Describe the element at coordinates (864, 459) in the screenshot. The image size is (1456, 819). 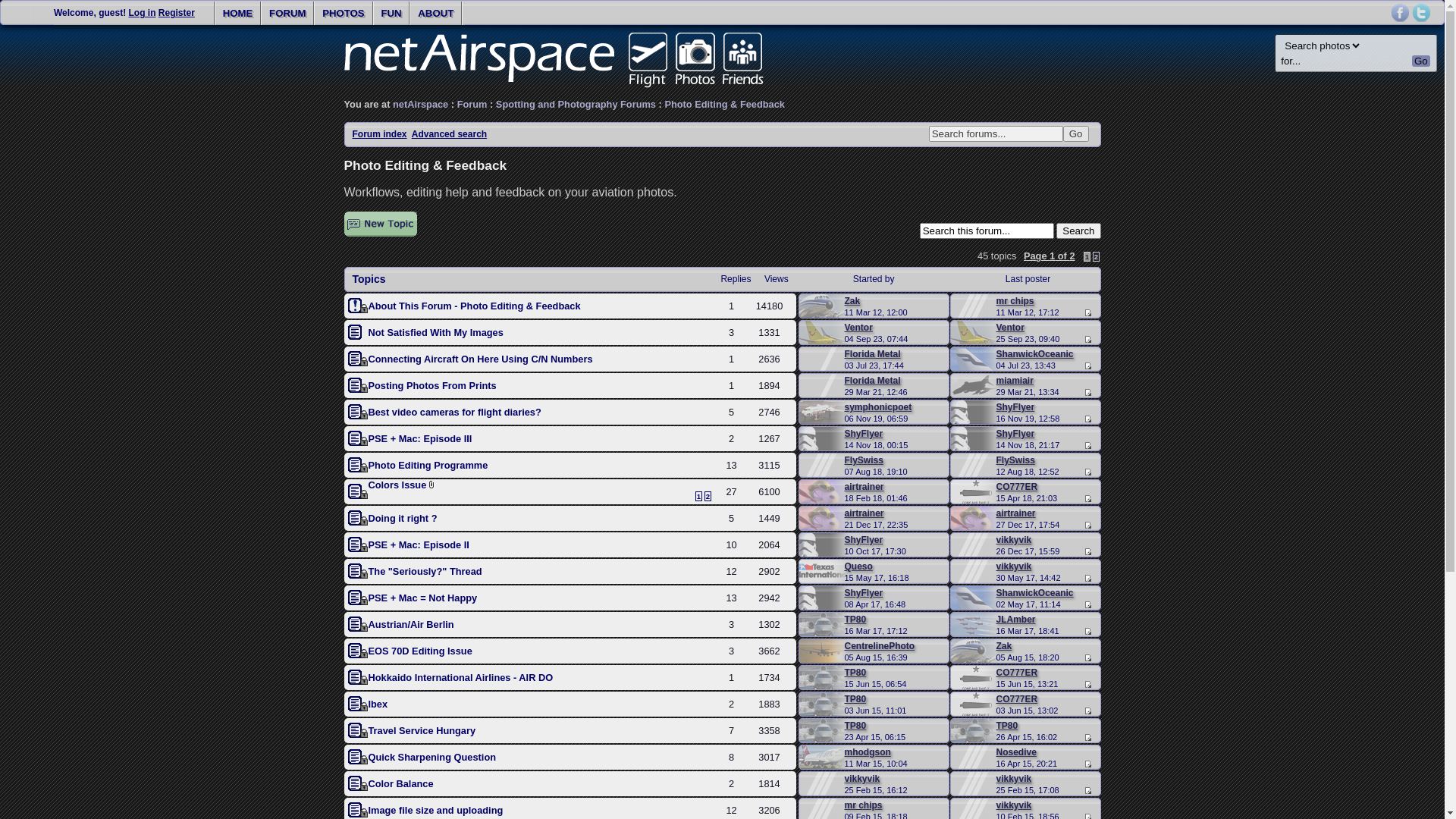
I see `'FlySwiss'` at that location.